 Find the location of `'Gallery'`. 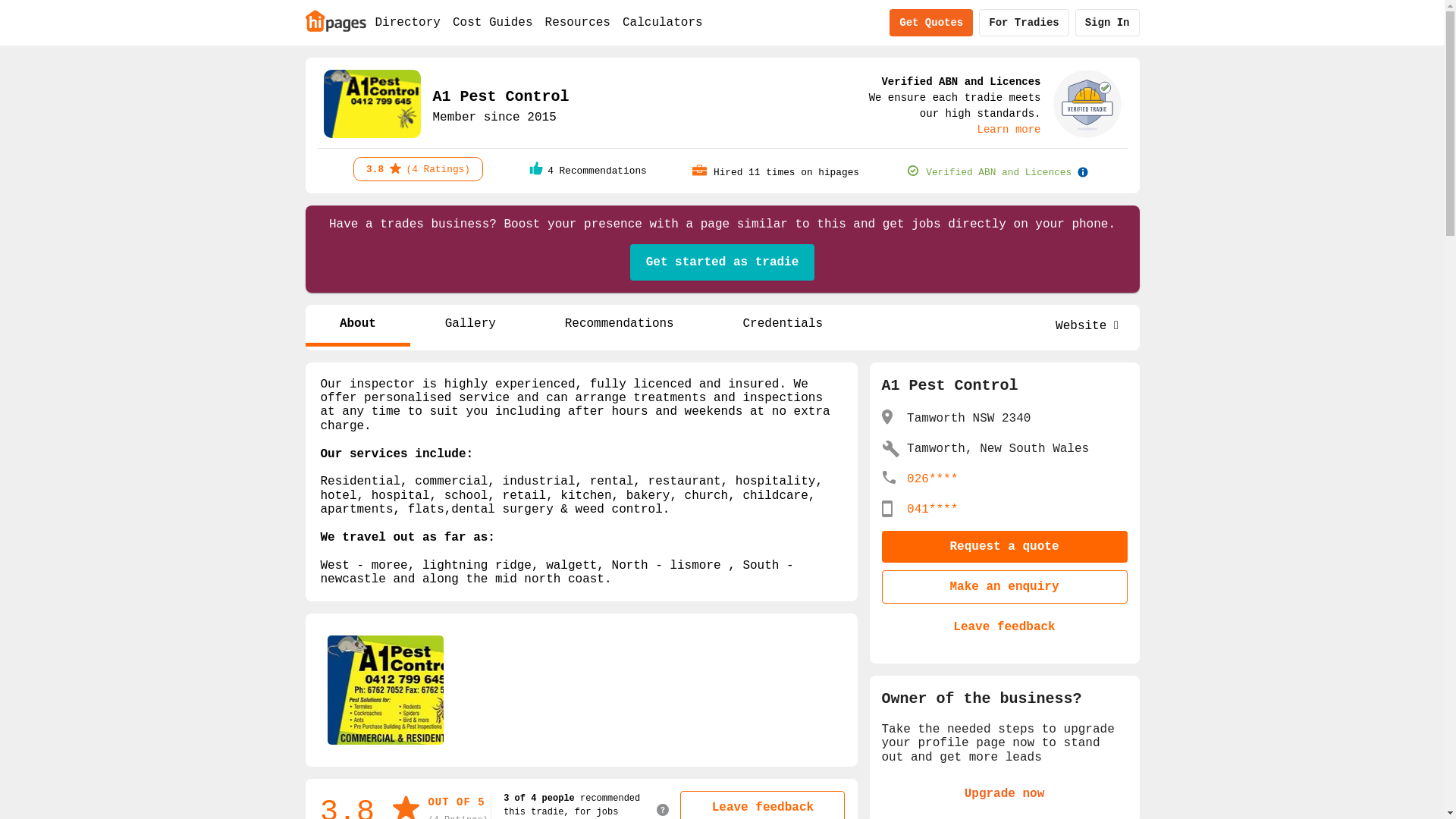

'Gallery' is located at coordinates (469, 325).